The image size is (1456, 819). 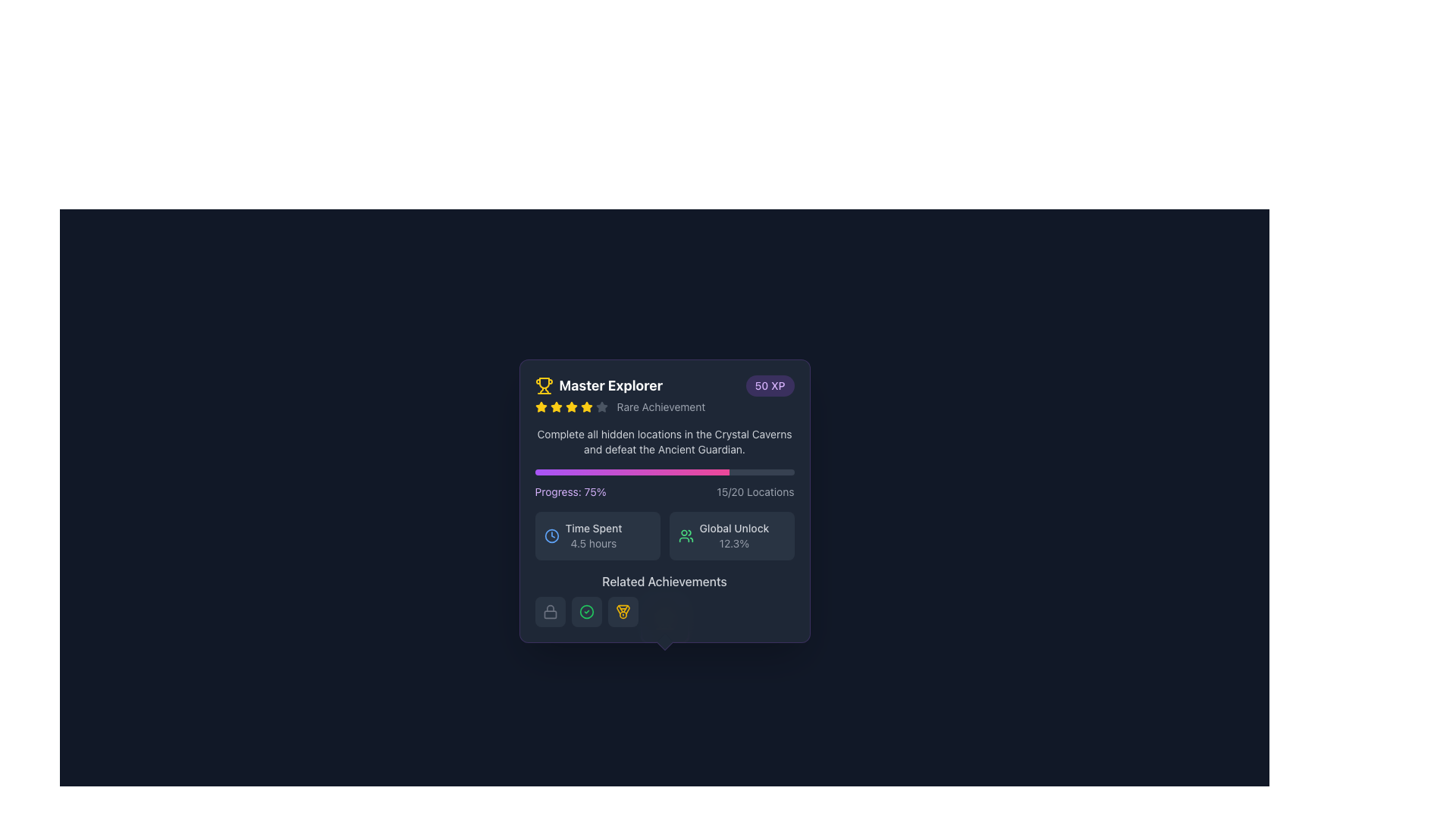 What do you see at coordinates (664, 472) in the screenshot?
I see `the progress bar that visually represents a 75% completion percentage, located near the bottom of the card in the section with the text 'Progress: 75% 15/20 Locations'` at bounding box center [664, 472].